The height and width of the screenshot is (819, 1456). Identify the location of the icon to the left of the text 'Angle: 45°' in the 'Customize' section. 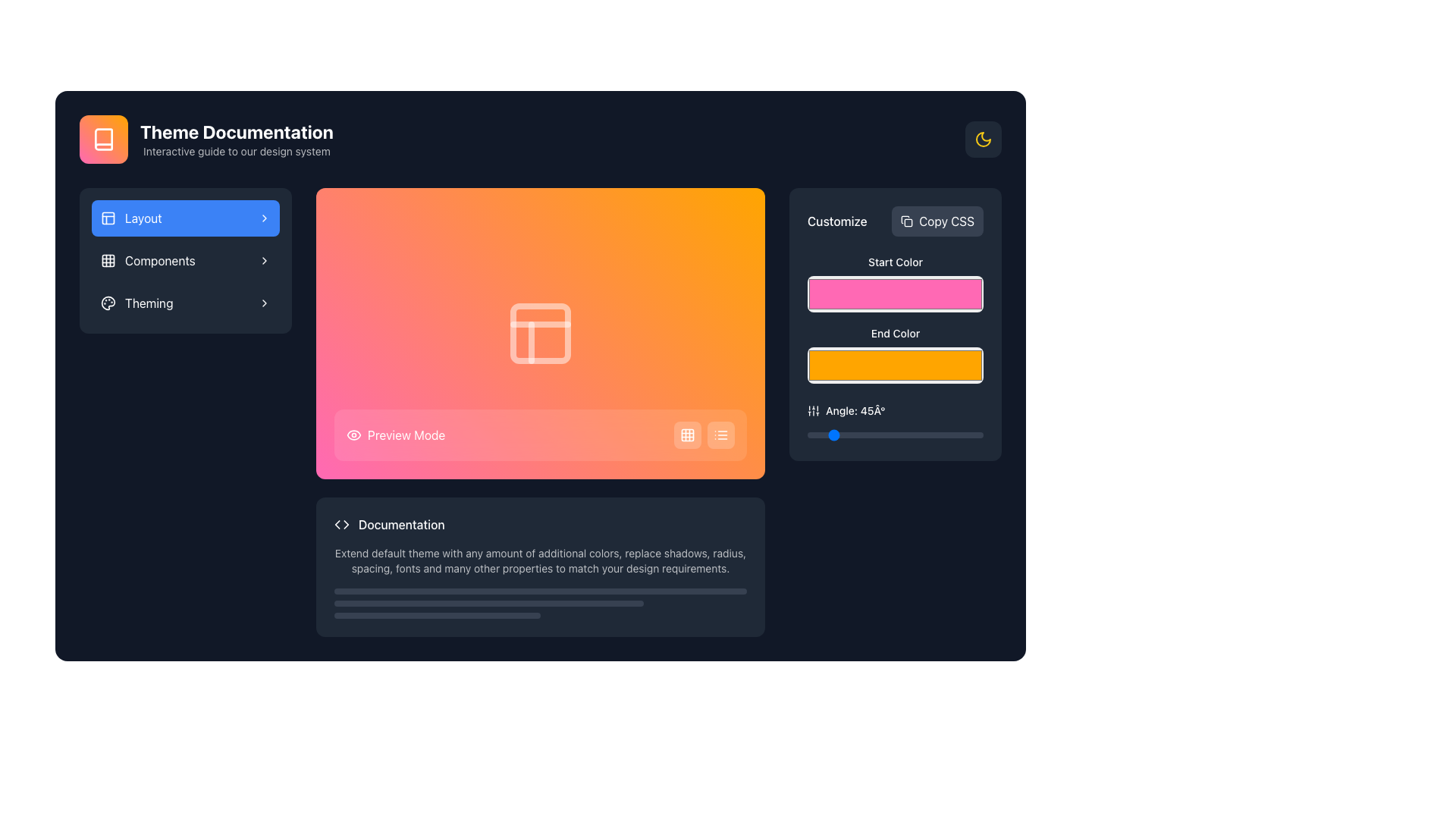
(813, 411).